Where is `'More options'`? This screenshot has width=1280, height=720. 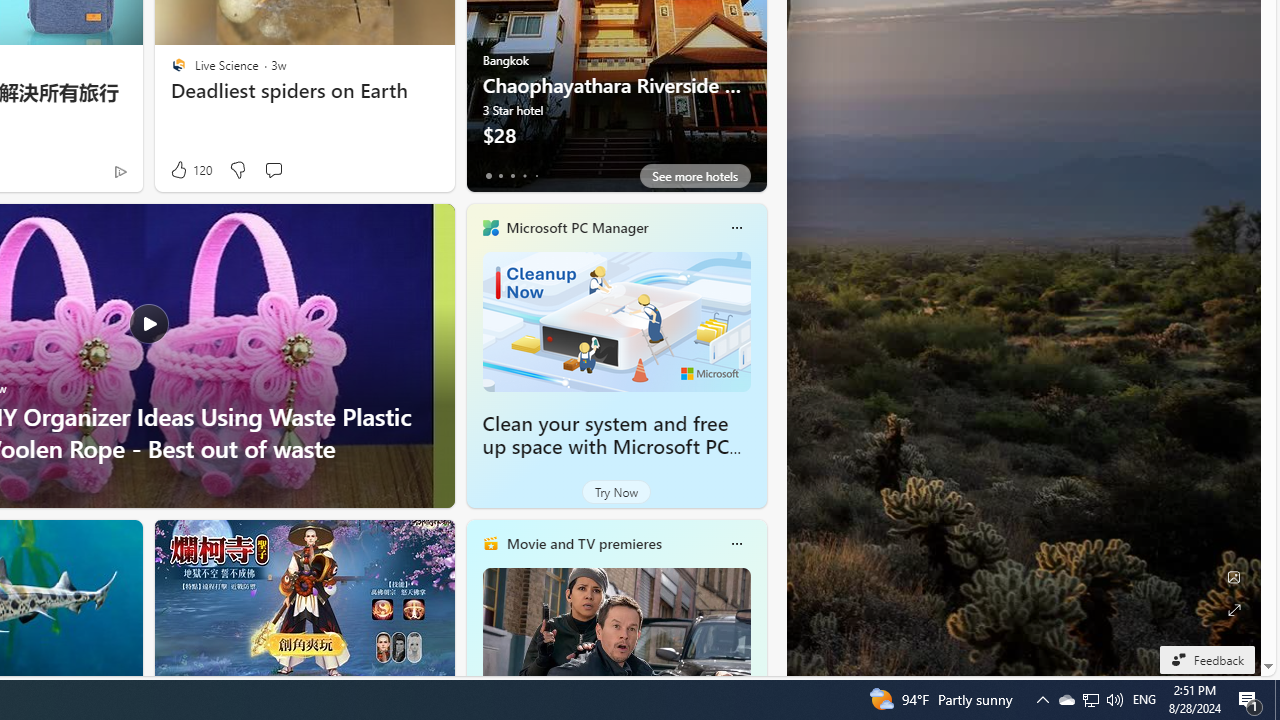 'More options' is located at coordinates (735, 543).